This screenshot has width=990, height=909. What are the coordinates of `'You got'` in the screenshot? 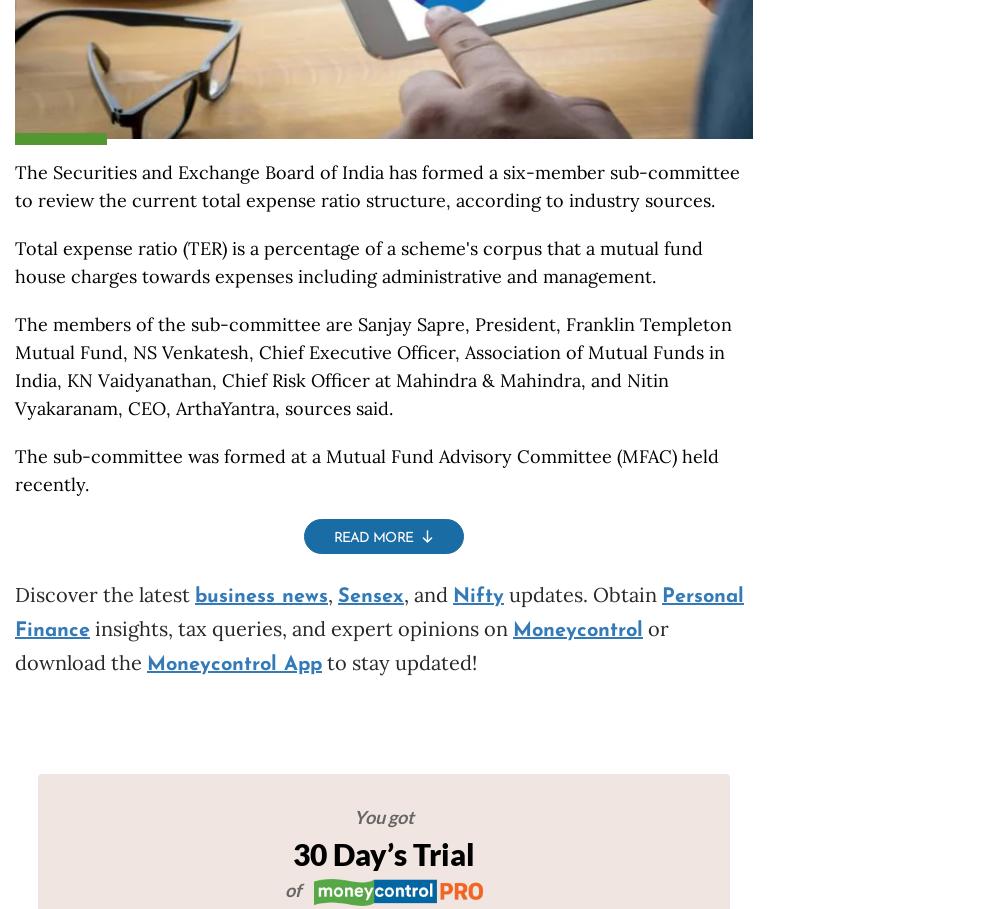 It's located at (354, 817).